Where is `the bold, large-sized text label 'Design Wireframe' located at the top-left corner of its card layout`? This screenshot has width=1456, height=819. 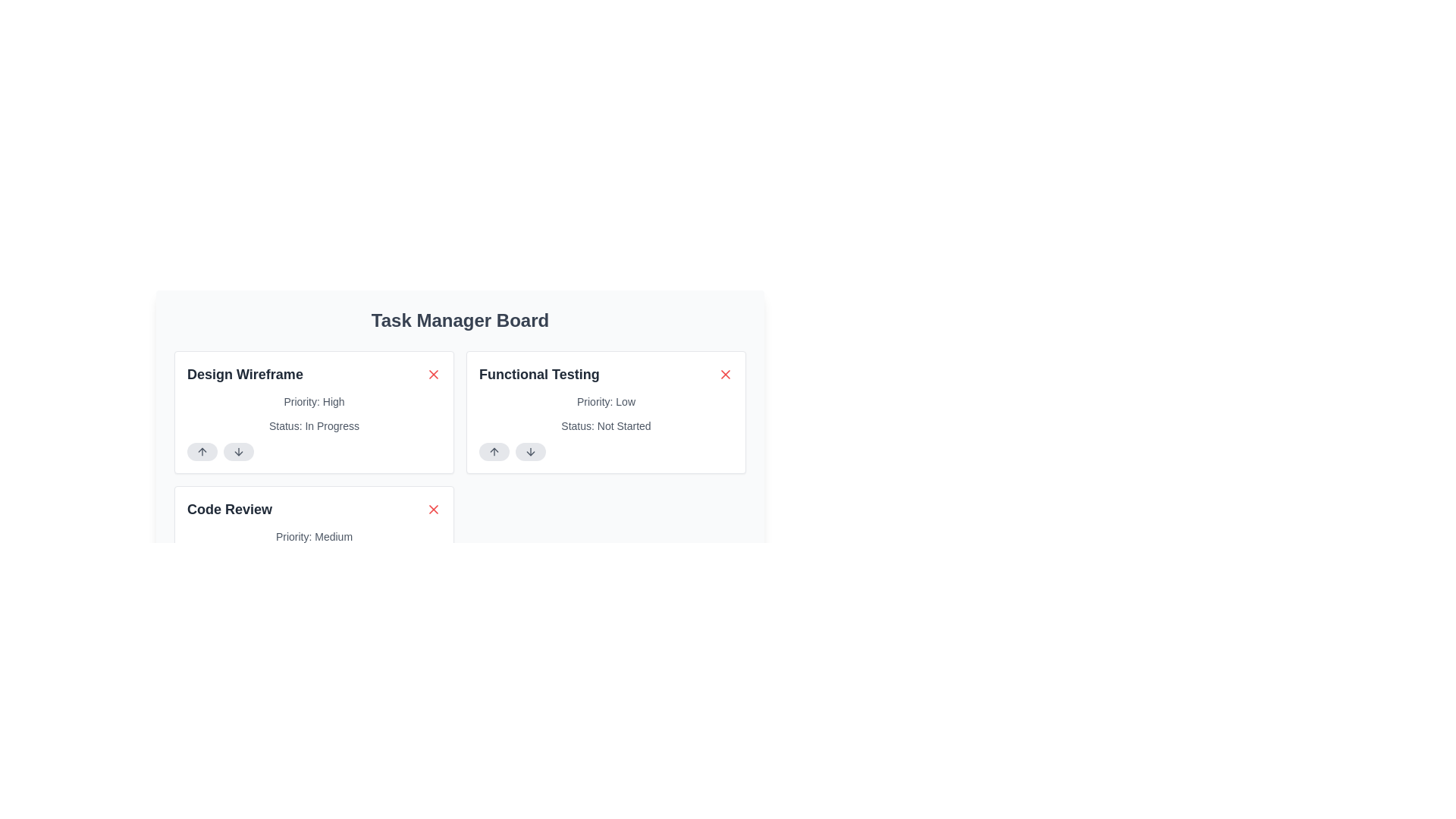
the bold, large-sized text label 'Design Wireframe' located at the top-left corner of its card layout is located at coordinates (245, 374).